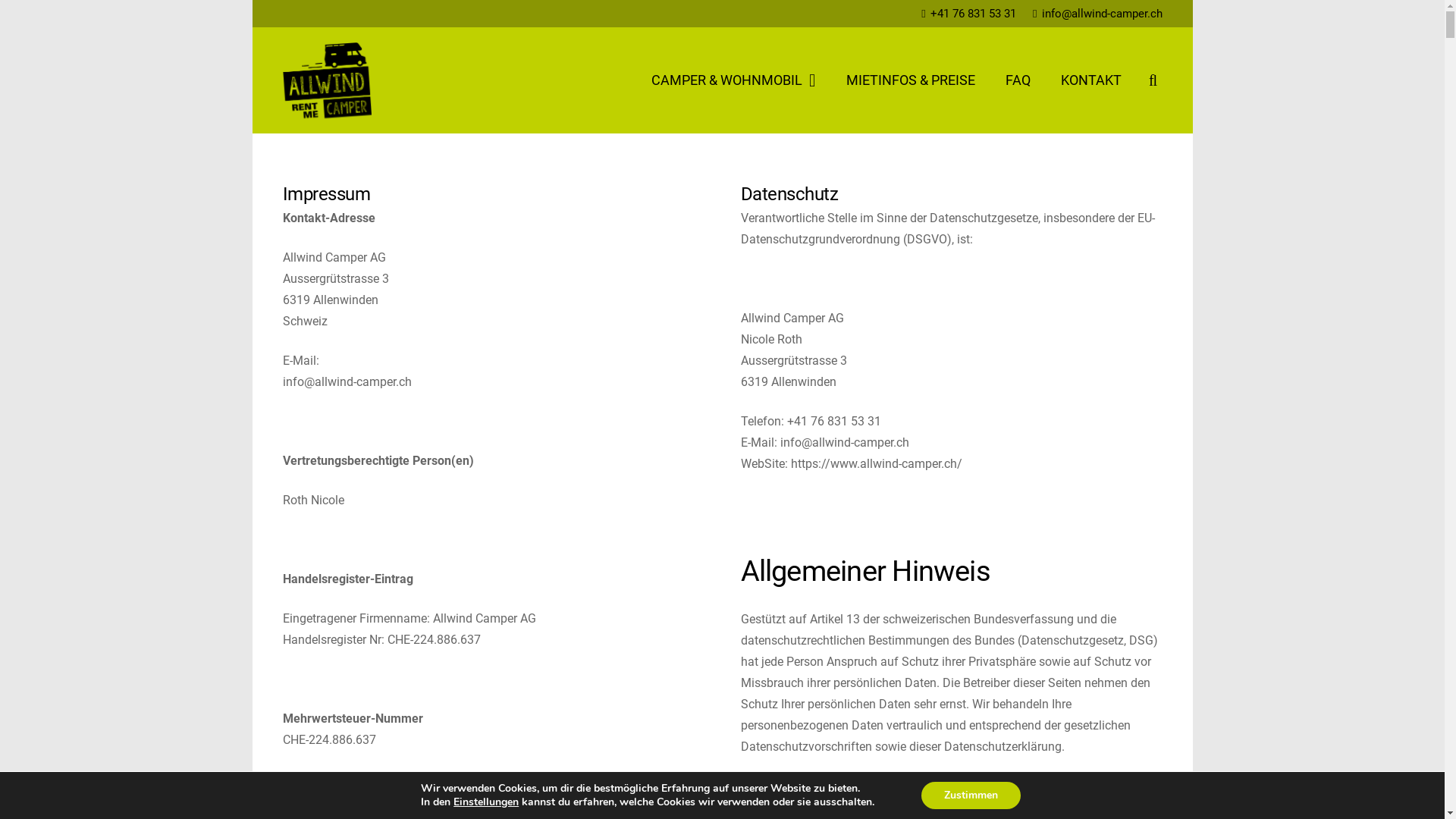  What do you see at coordinates (920, 14) in the screenshot?
I see `'+41 76 831 53 31'` at bounding box center [920, 14].